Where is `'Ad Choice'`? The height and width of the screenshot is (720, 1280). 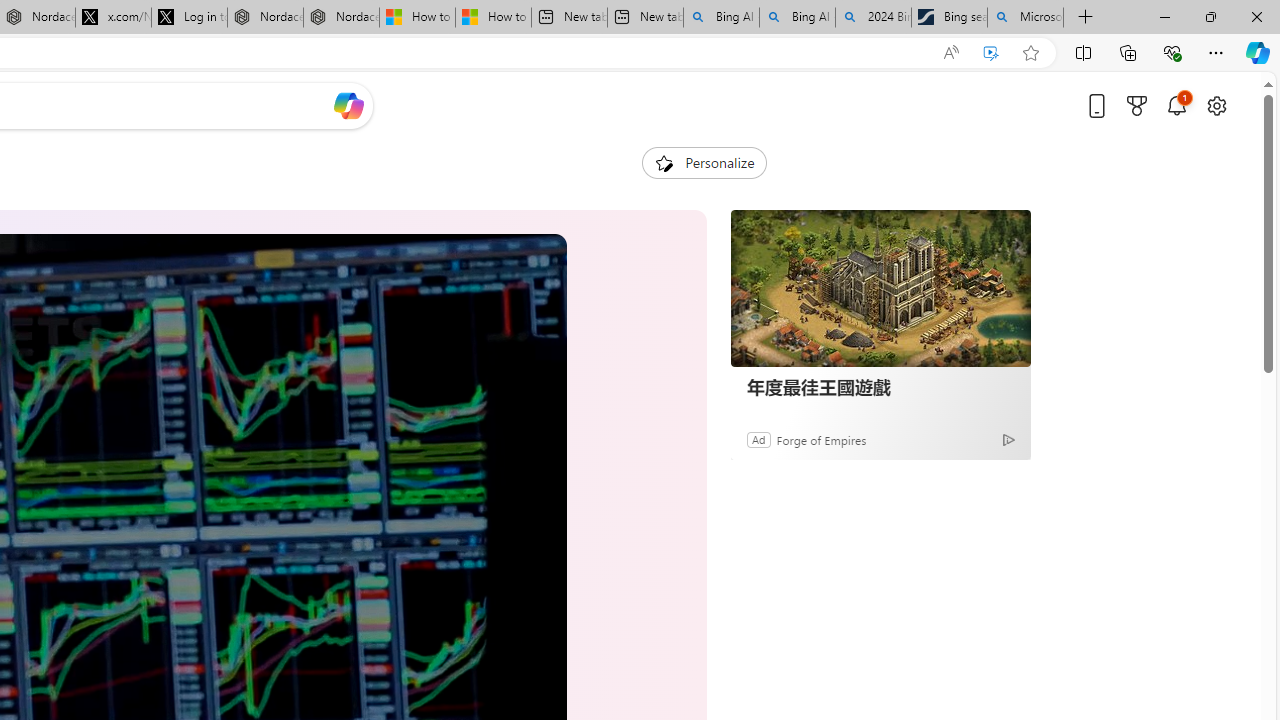
'Ad Choice' is located at coordinates (1008, 438).